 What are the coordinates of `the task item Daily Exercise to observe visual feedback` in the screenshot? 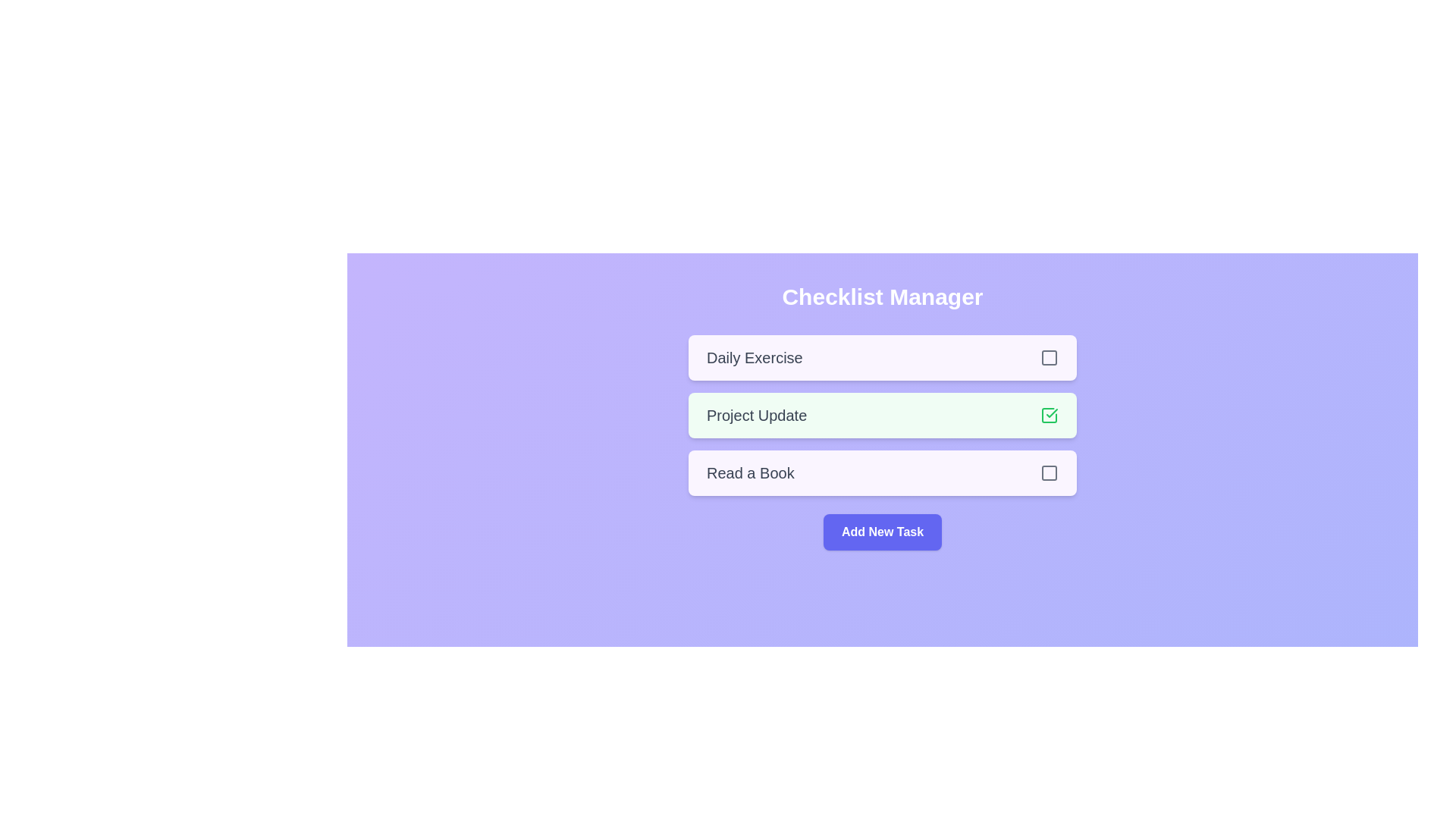 It's located at (882, 357).